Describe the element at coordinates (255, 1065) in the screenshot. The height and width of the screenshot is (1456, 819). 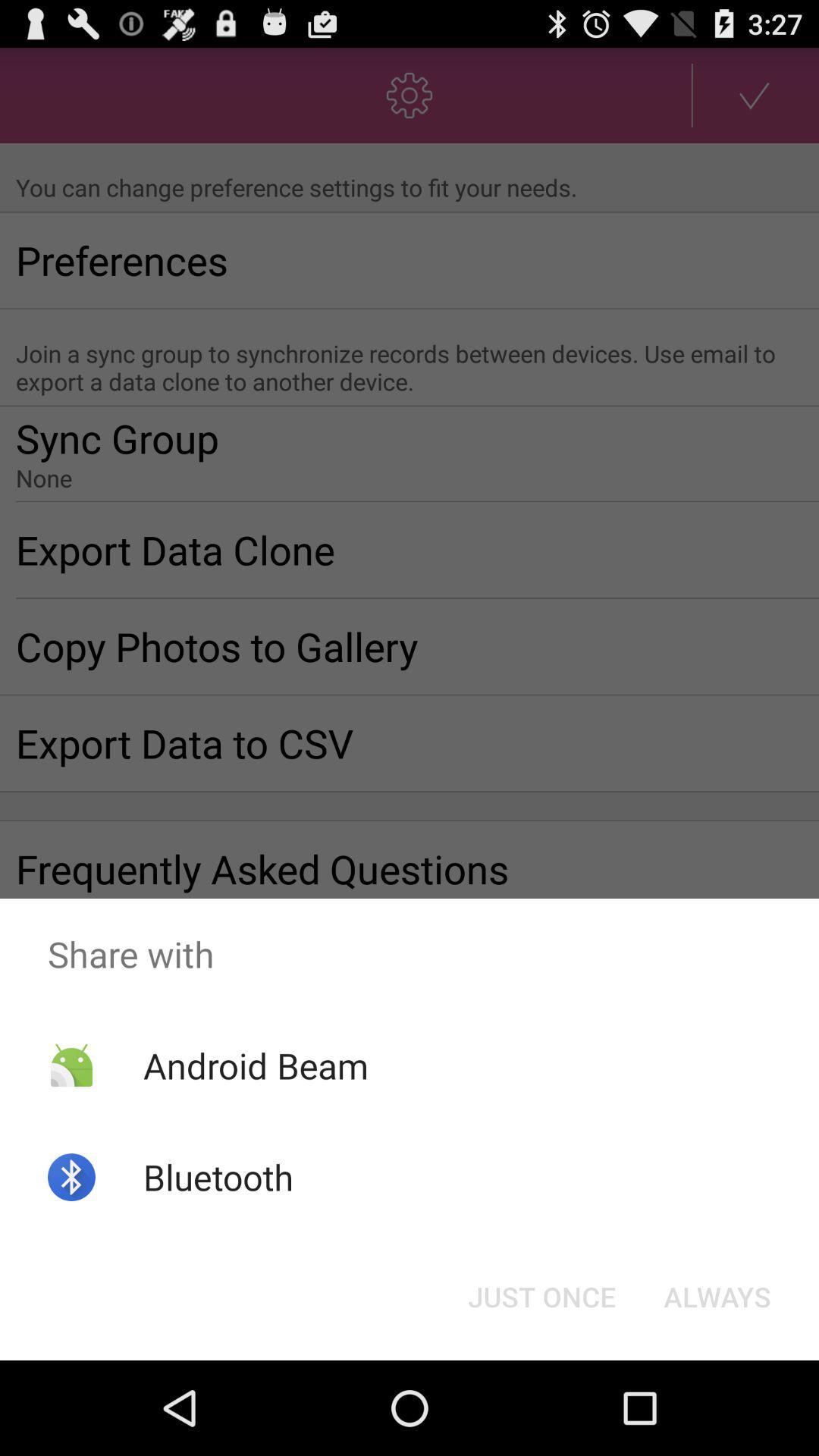
I see `the android beam` at that location.